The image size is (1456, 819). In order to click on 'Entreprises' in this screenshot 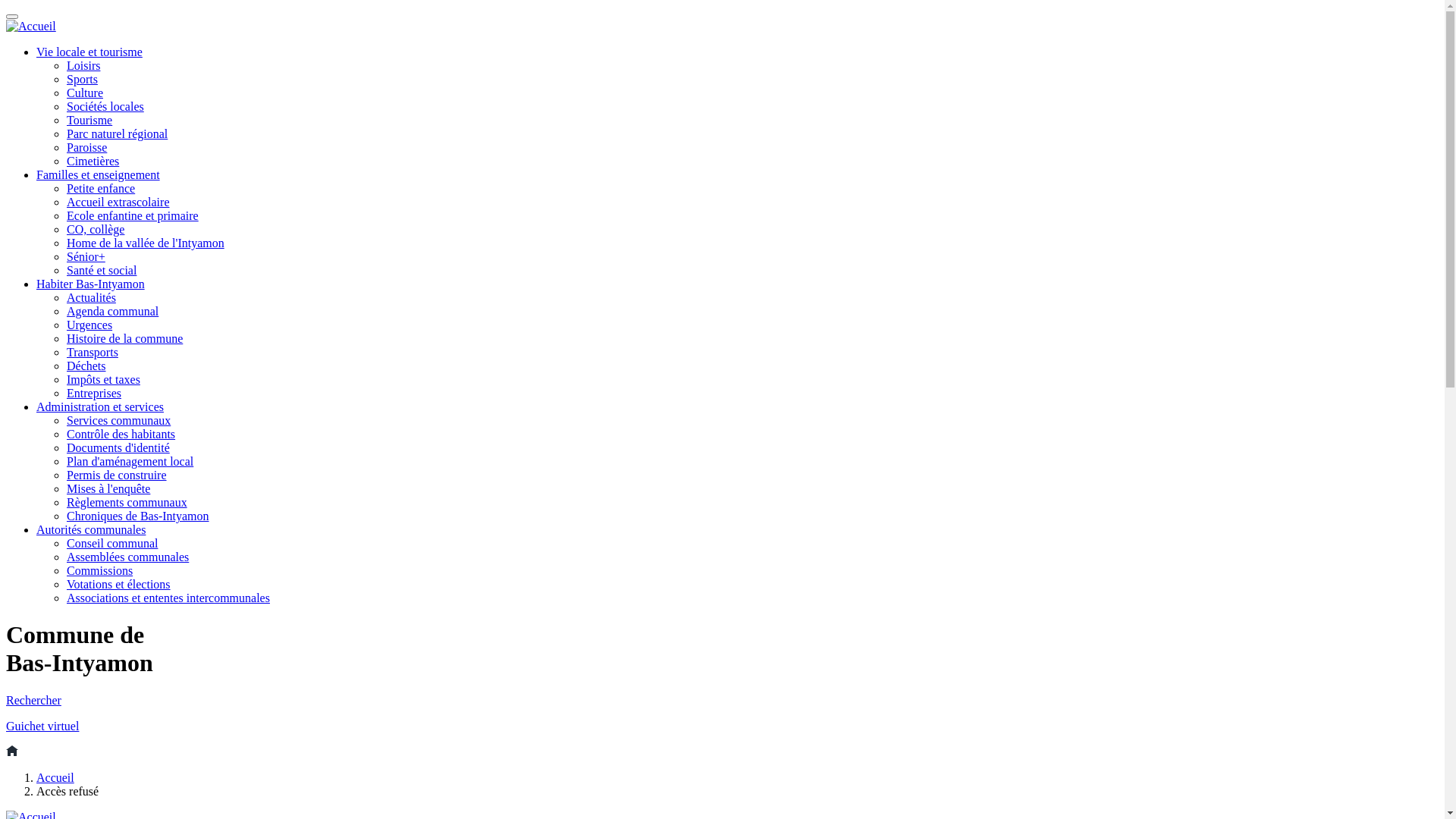, I will do `click(93, 392)`.